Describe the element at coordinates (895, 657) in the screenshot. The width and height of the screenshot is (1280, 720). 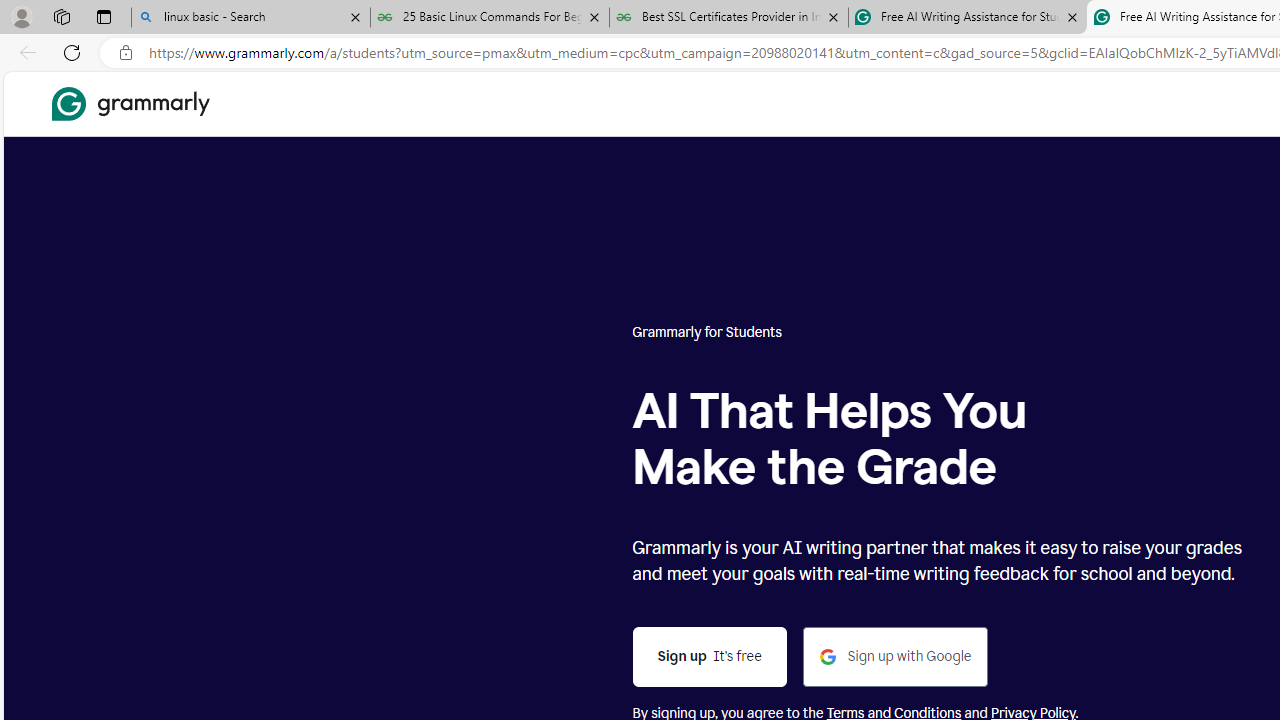
I see `'Sign up with Google'` at that location.